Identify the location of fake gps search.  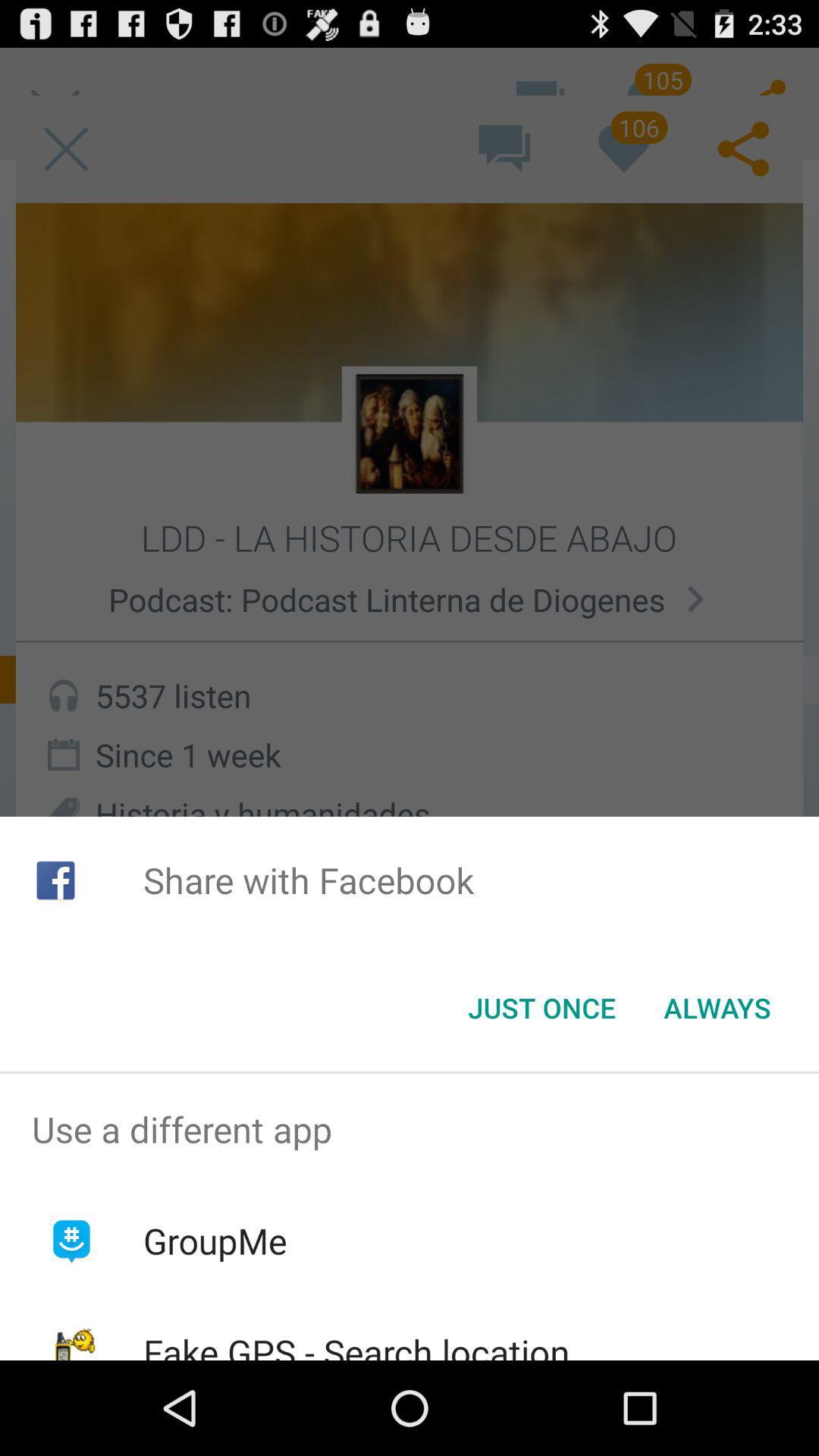
(356, 1344).